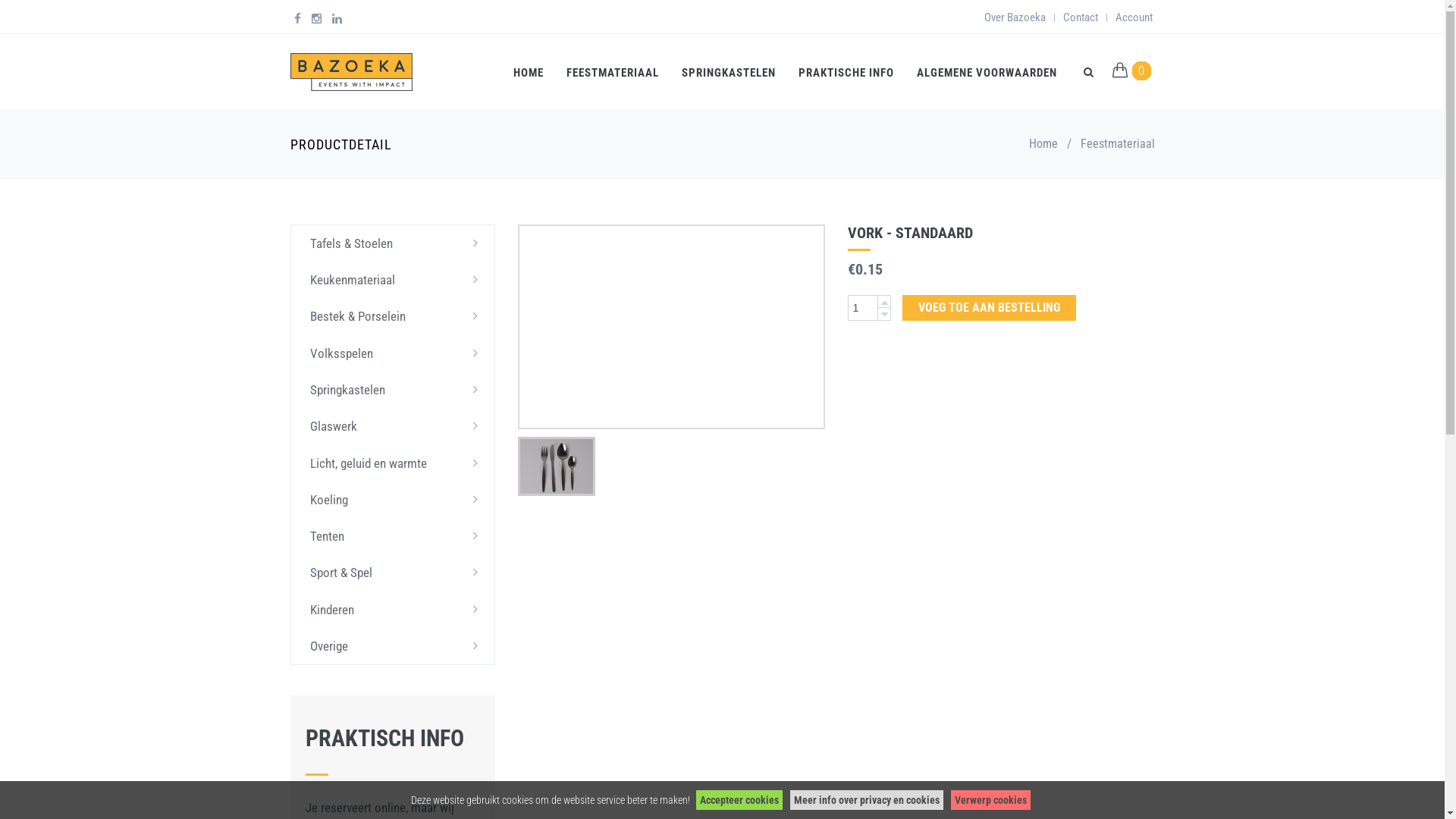  Describe the element at coordinates (393, 462) in the screenshot. I see `'Licht, geluid en warmte'` at that location.